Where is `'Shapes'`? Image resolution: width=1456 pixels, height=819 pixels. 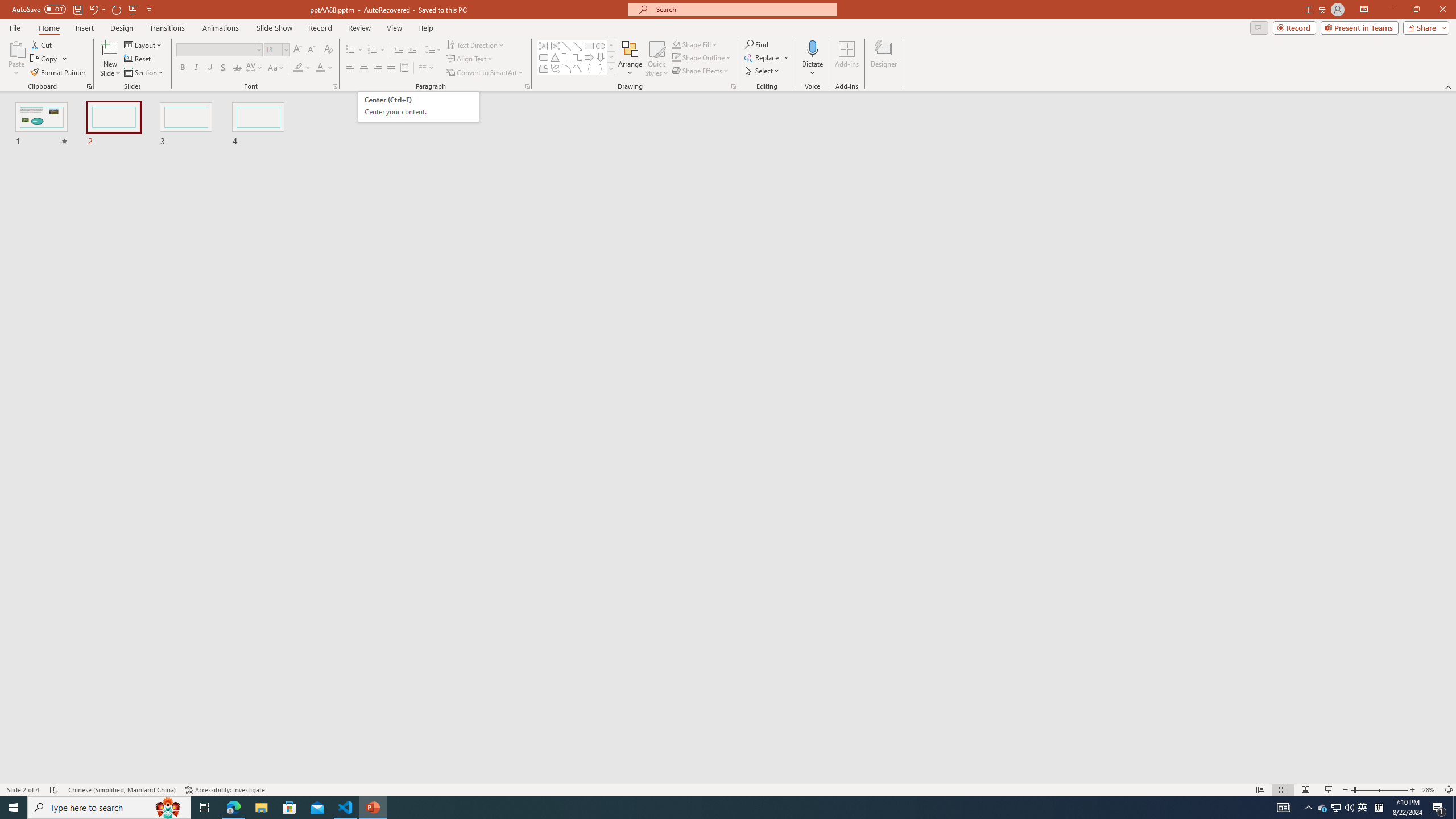
'Shapes' is located at coordinates (611, 68).